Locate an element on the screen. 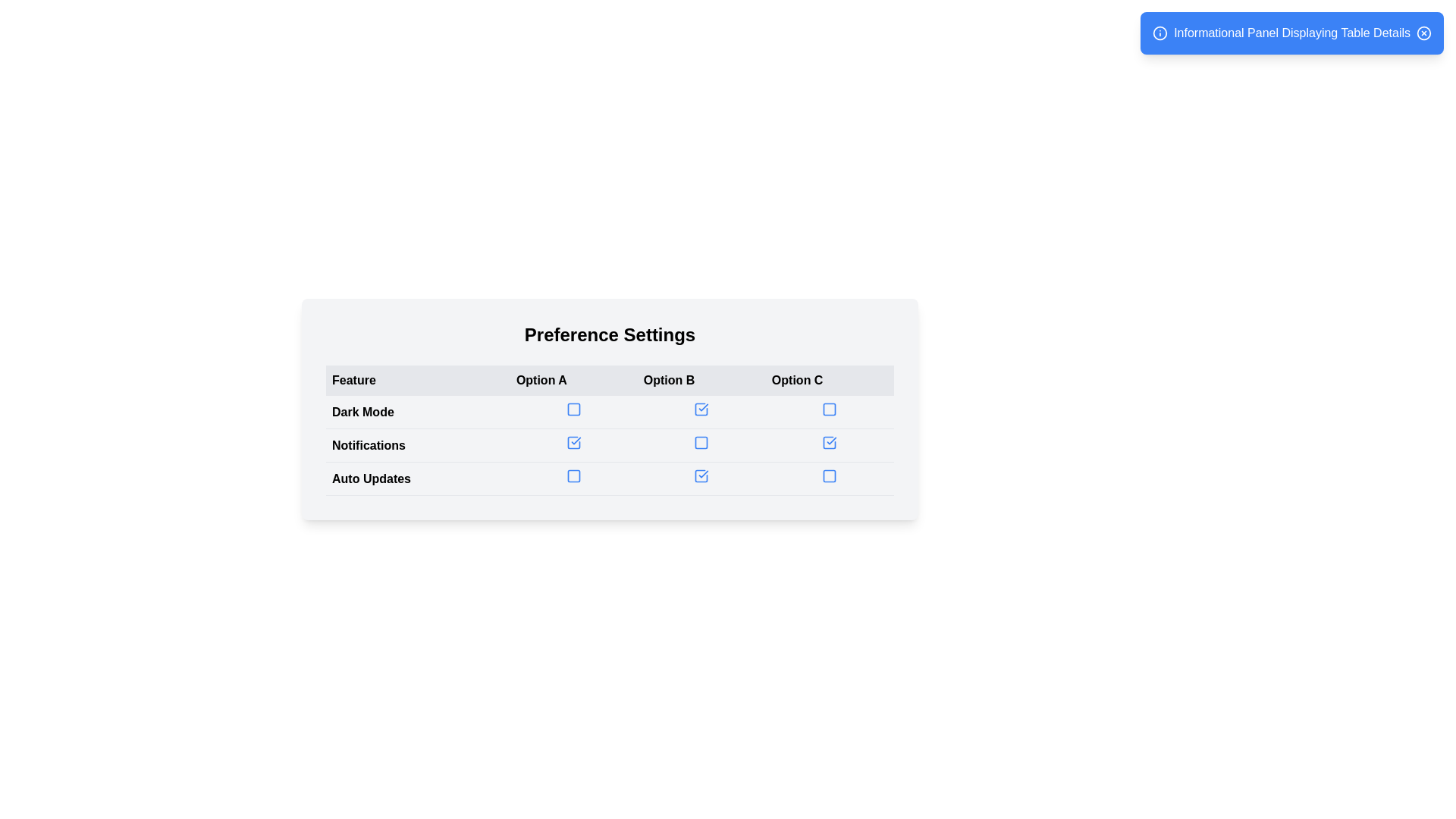  the checkbox styled with a blue border containing a checkmark icon, located under 'Preference Settings' in the 'Option B' column and 'Dark Mode' row is located at coordinates (701, 409).